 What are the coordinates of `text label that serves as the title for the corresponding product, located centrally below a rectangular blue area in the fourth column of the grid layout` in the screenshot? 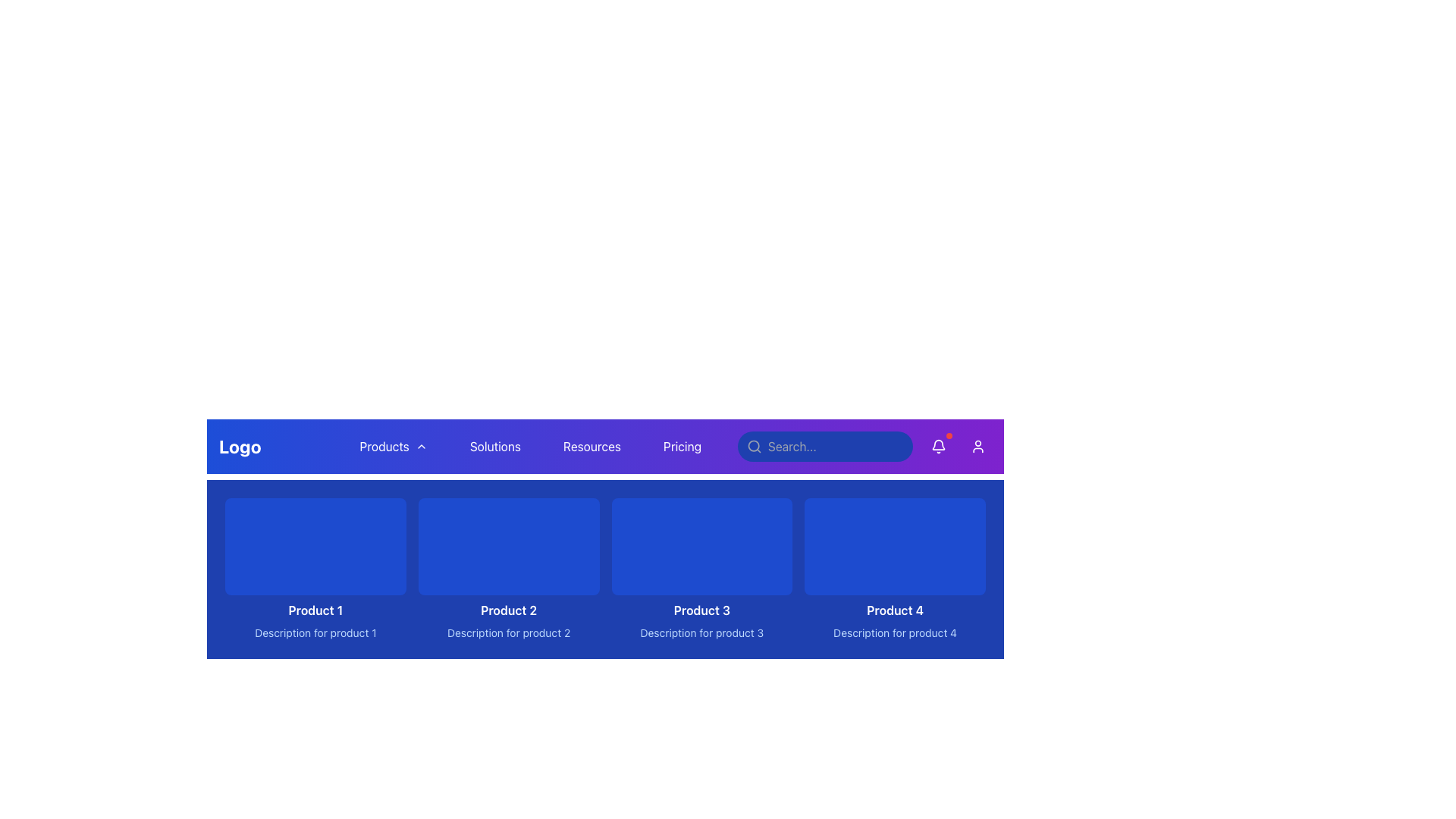 It's located at (895, 610).